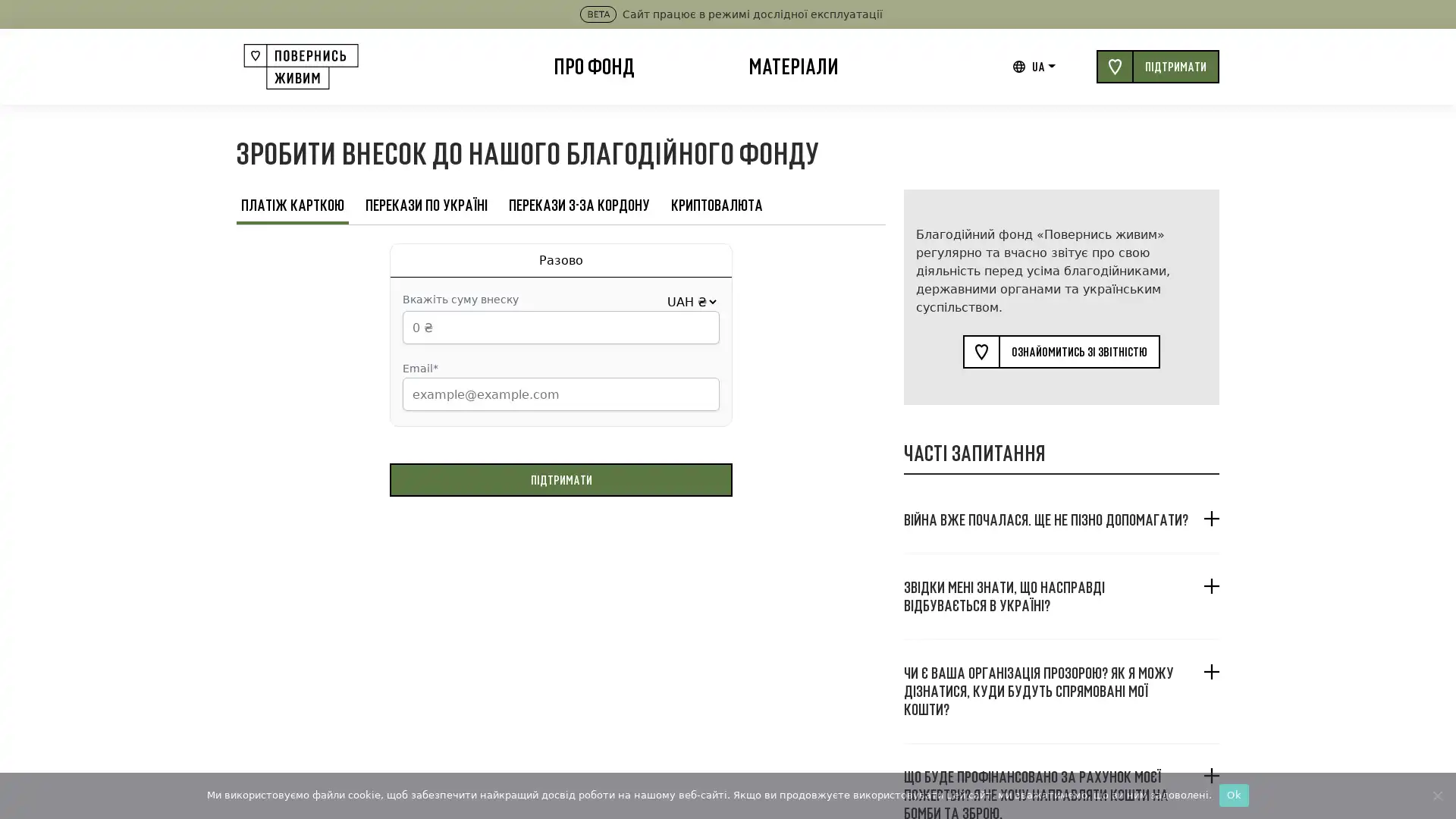  What do you see at coordinates (1061, 519) in the screenshot?
I see `.    ?` at bounding box center [1061, 519].